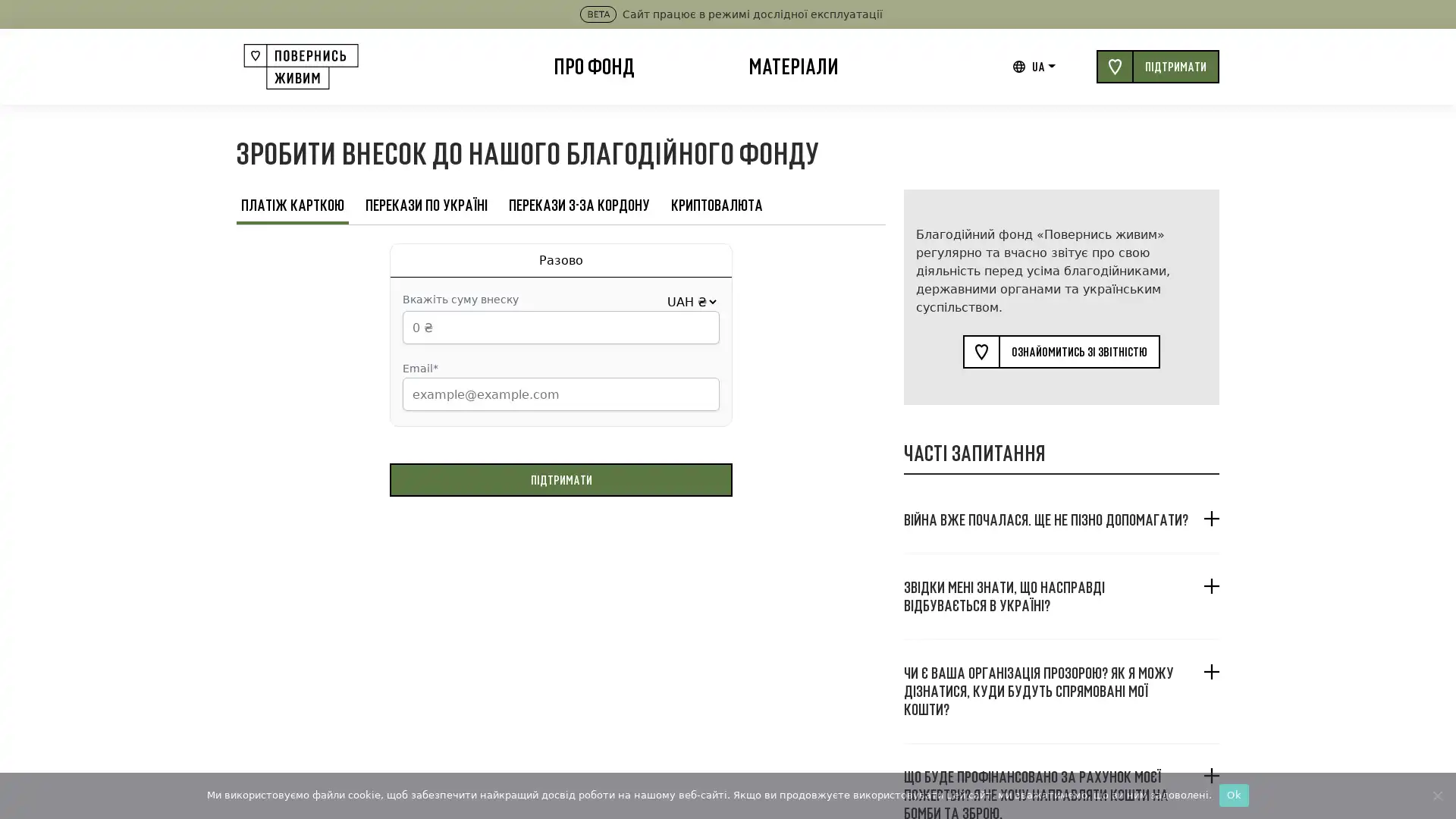  What do you see at coordinates (1061, 519) in the screenshot?
I see `.    ?` at bounding box center [1061, 519].